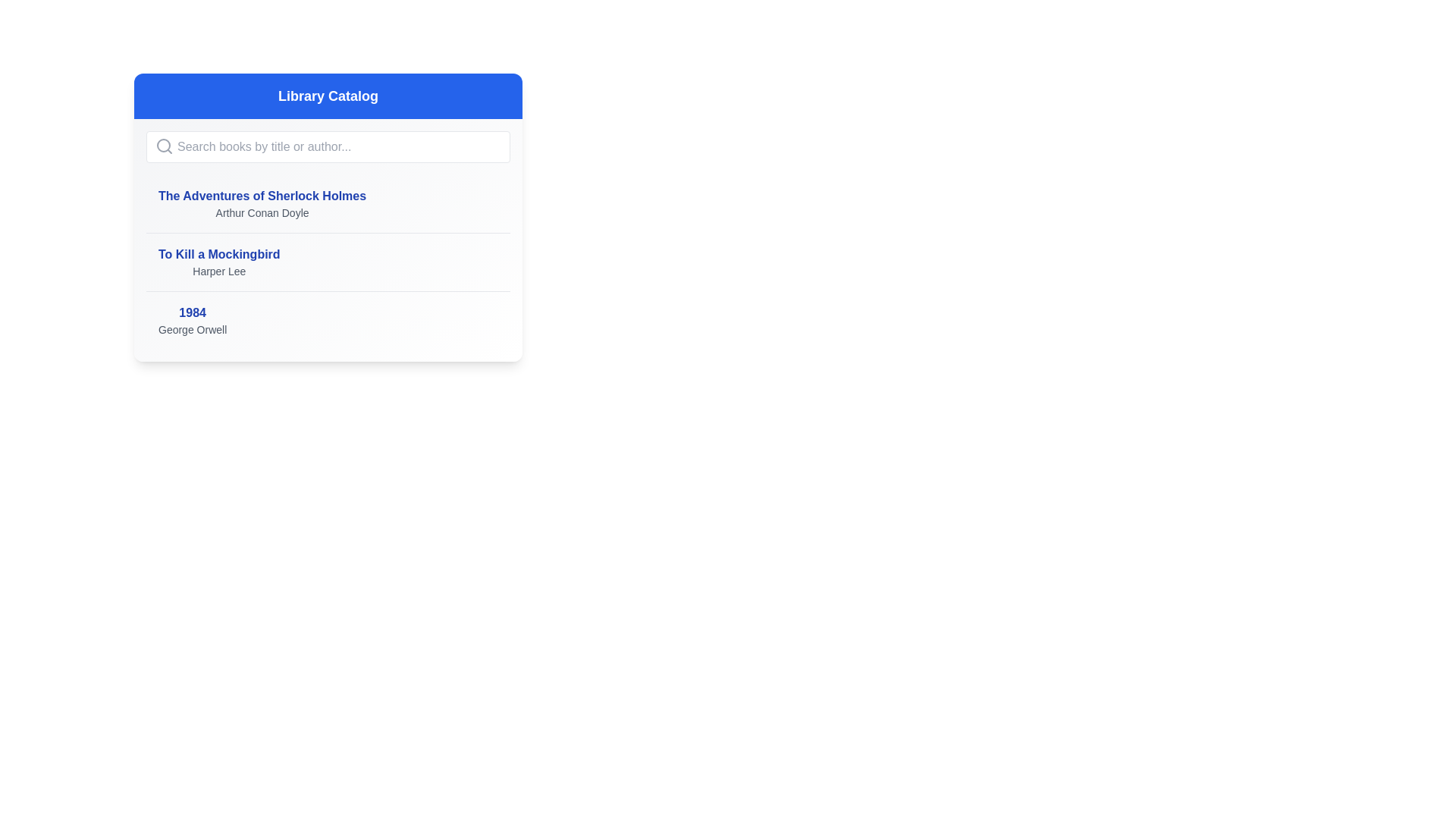 Image resolution: width=1456 pixels, height=819 pixels. Describe the element at coordinates (218, 253) in the screenshot. I see `title text 'To Kill a Mockingbird' which is displayed in a bold blue font, located centrally in the list structure below 'The Adventures of Sherlock Holmes'` at that location.